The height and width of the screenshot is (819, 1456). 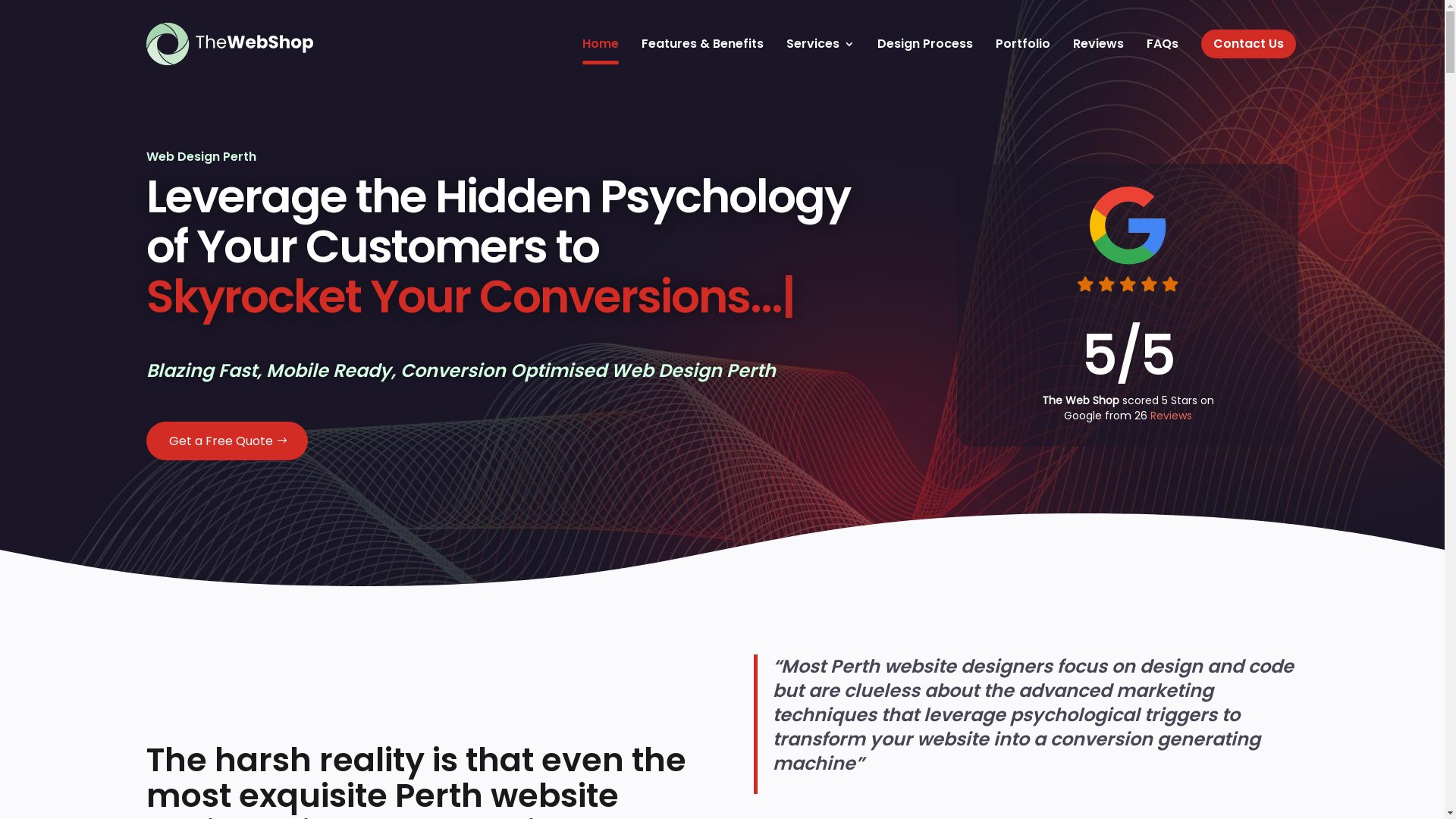 I want to click on 'Get a Free Quote', so click(x=225, y=441).